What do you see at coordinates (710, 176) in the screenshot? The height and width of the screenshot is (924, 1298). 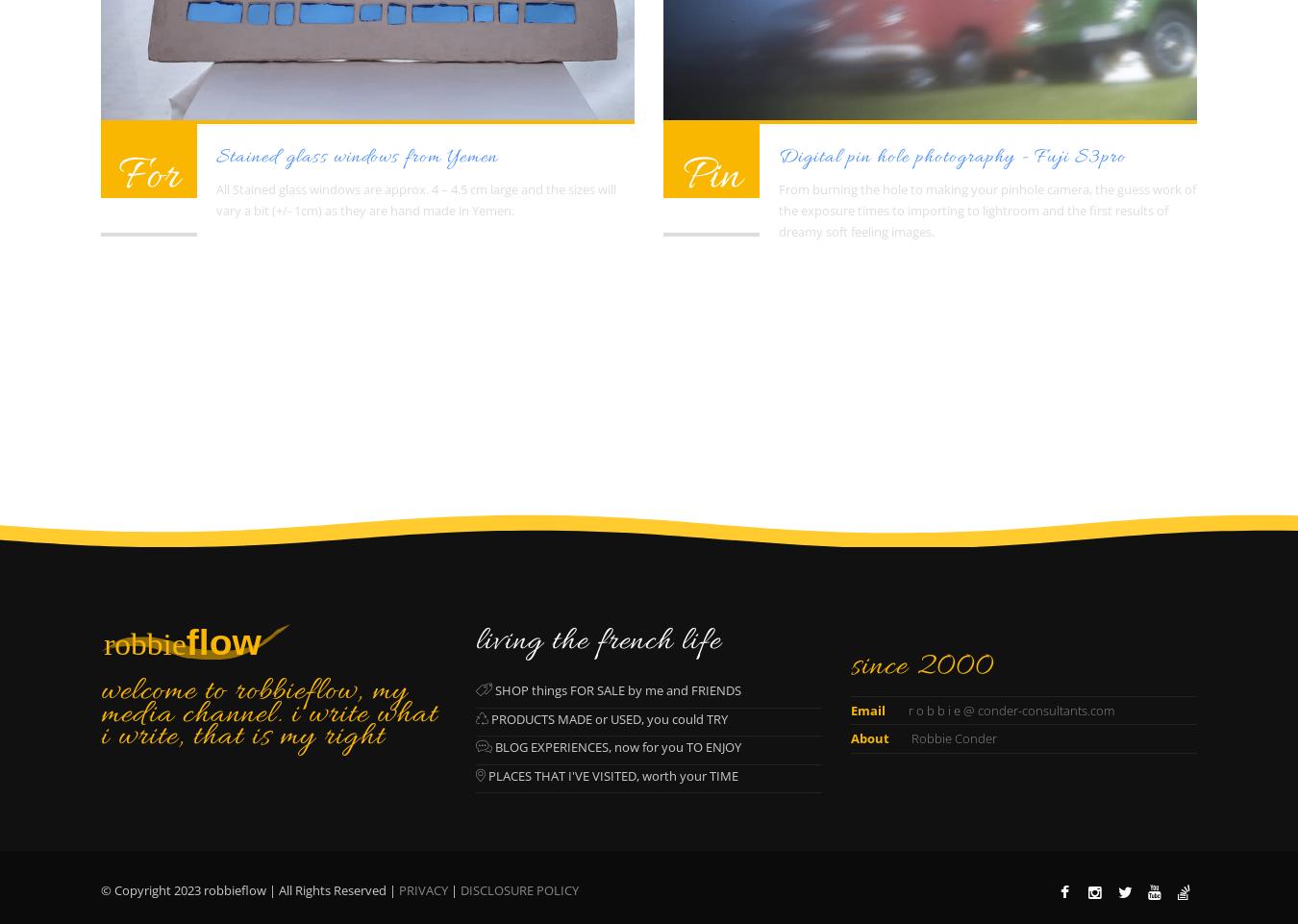 I see `'Pin'` at bounding box center [710, 176].